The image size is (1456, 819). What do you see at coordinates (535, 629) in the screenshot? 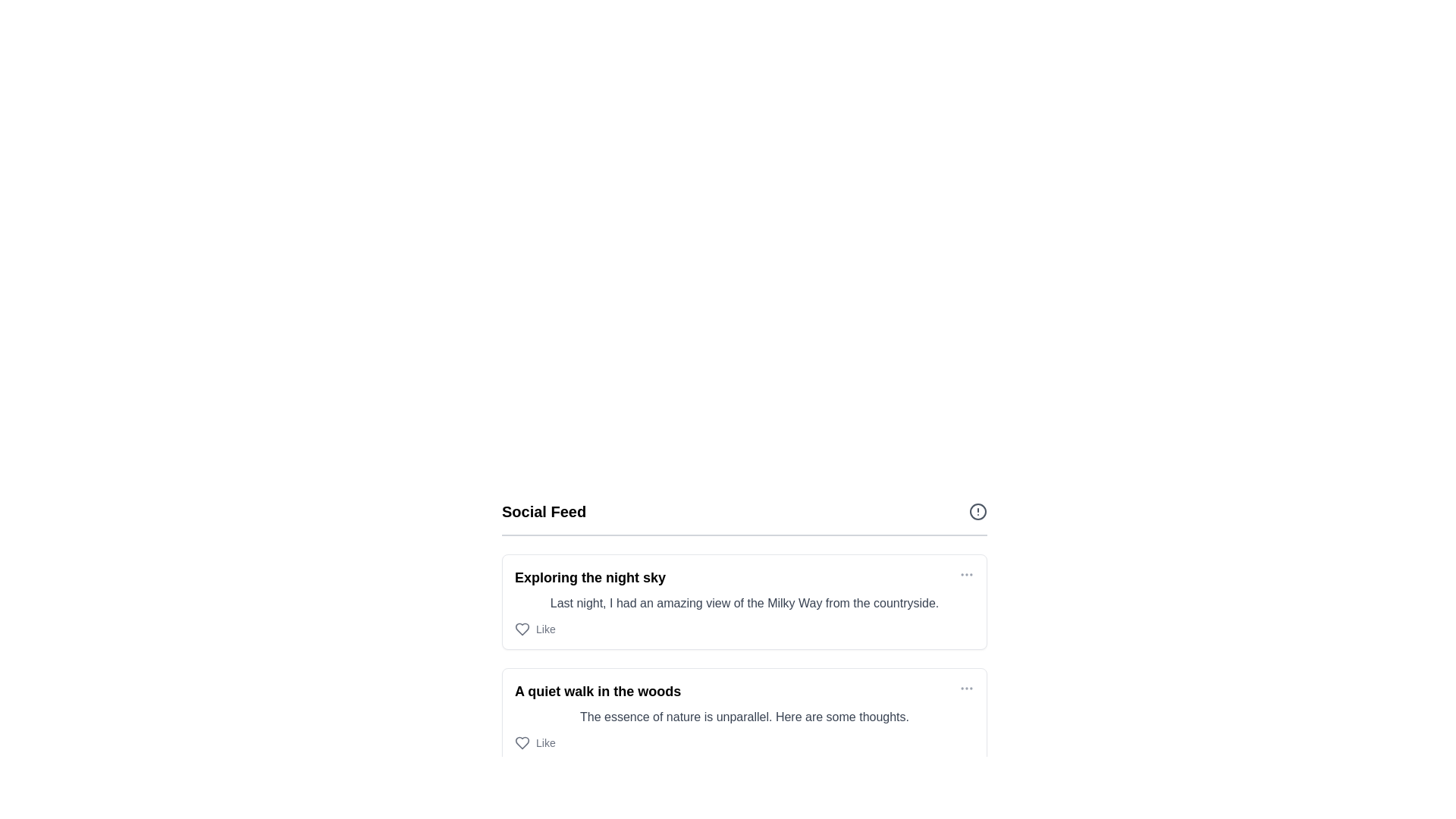
I see `the 'Like' button with an icon and text located at the bottom left of the post card titled 'Exploring the night sky'` at bounding box center [535, 629].